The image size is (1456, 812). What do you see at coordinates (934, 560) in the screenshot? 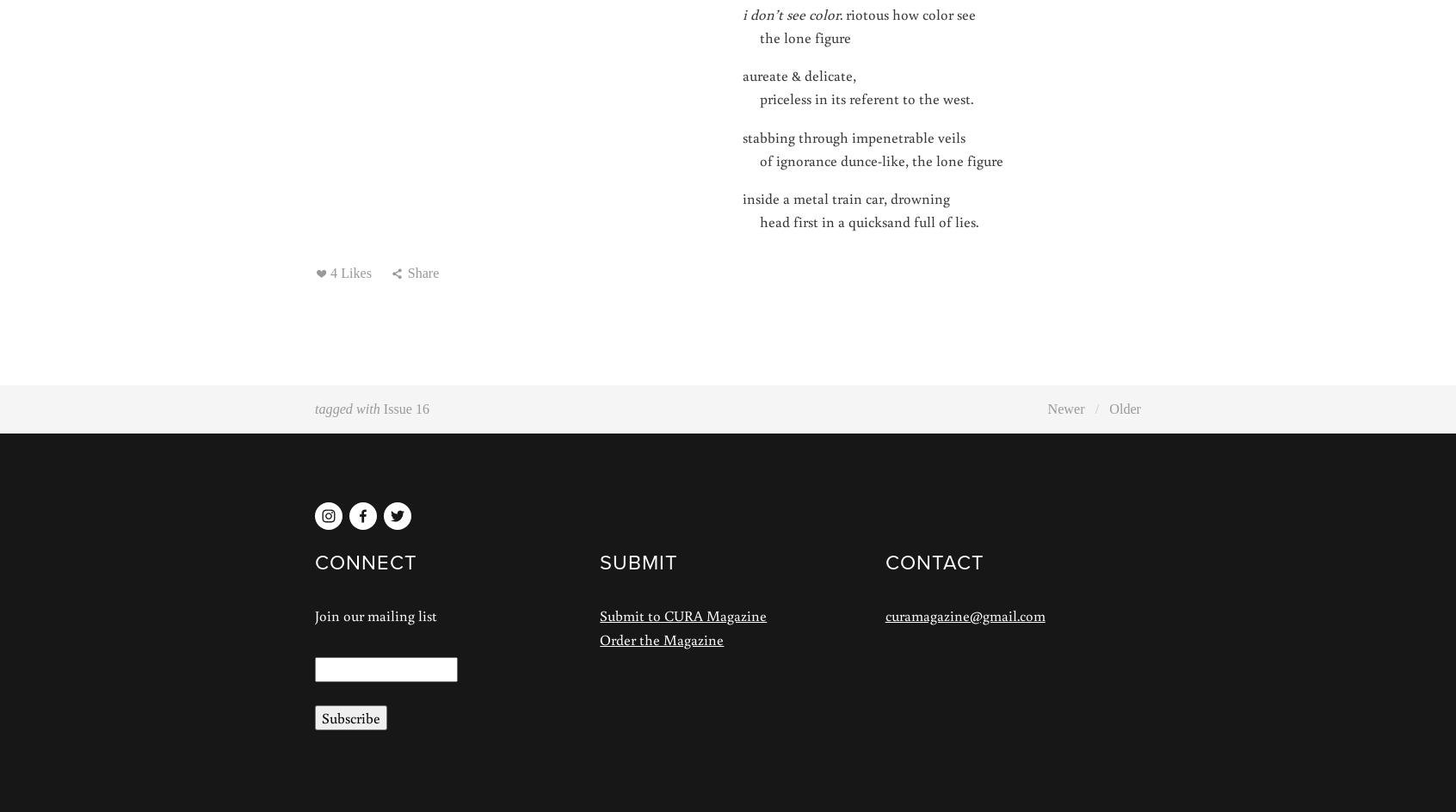
I see `'CONTACT'` at bounding box center [934, 560].